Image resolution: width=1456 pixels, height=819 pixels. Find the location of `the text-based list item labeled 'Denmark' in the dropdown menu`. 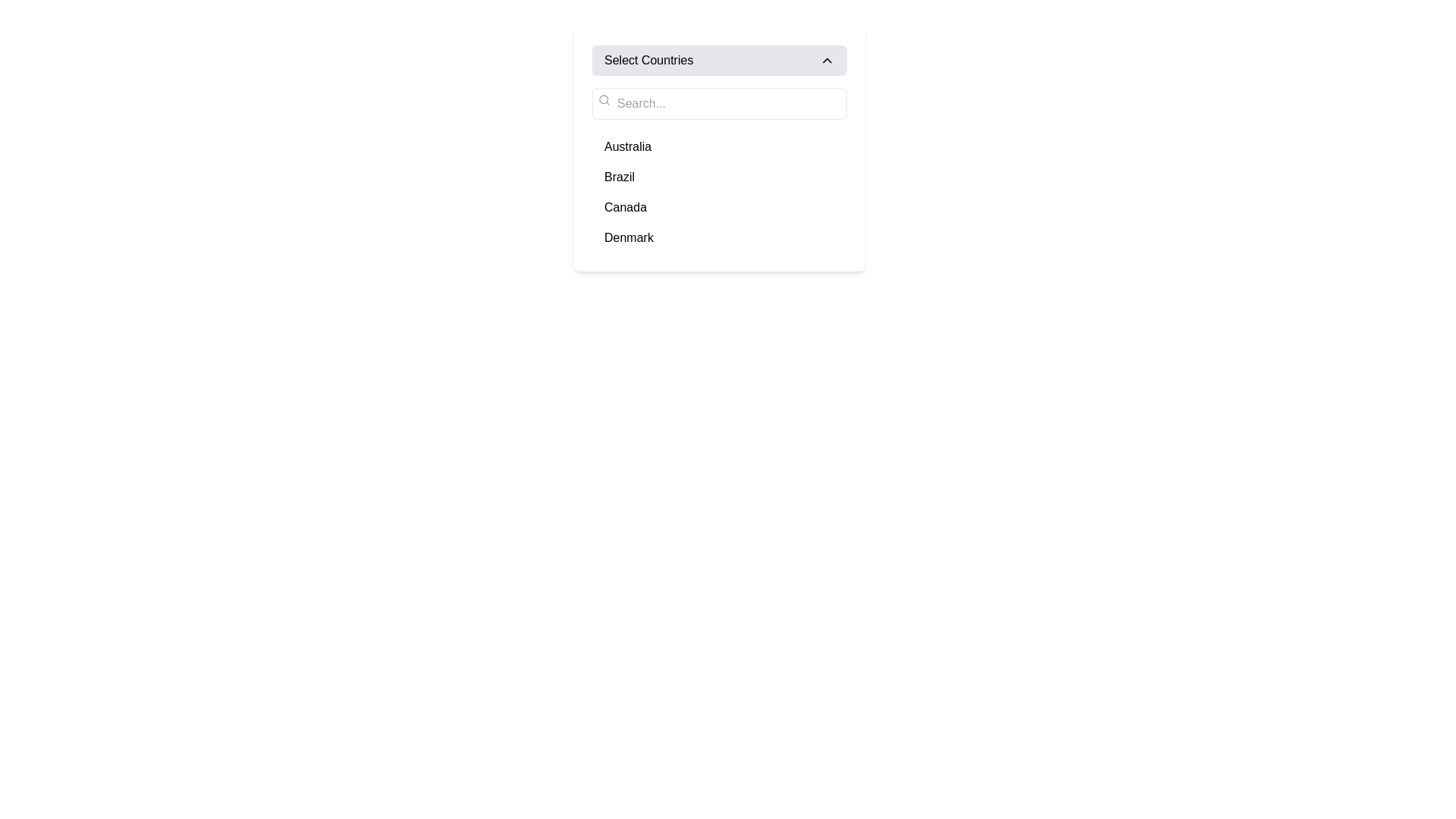

the text-based list item labeled 'Denmark' in the dropdown menu is located at coordinates (629, 237).